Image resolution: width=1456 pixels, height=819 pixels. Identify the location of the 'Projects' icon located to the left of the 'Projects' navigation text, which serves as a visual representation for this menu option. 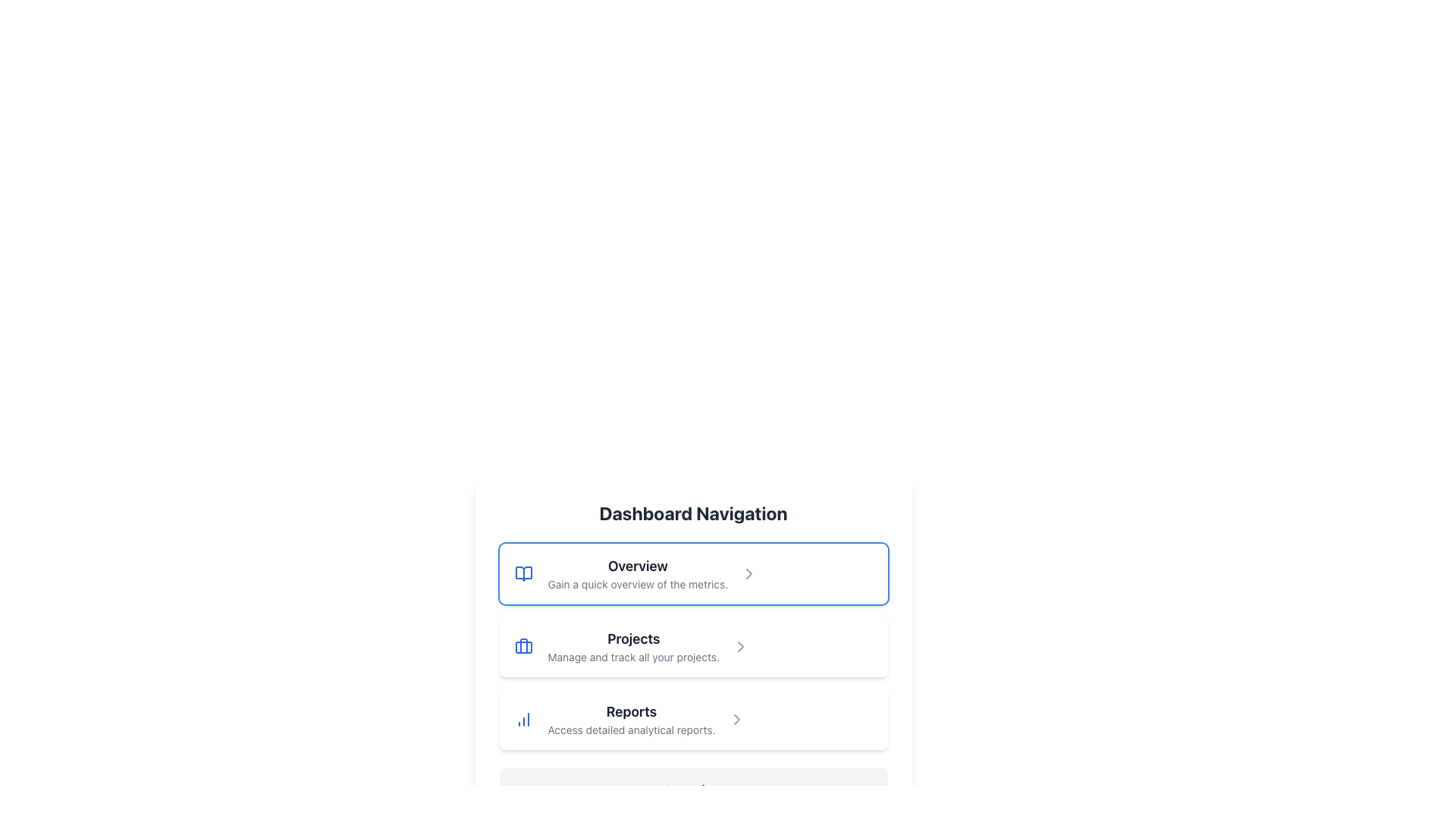
(523, 646).